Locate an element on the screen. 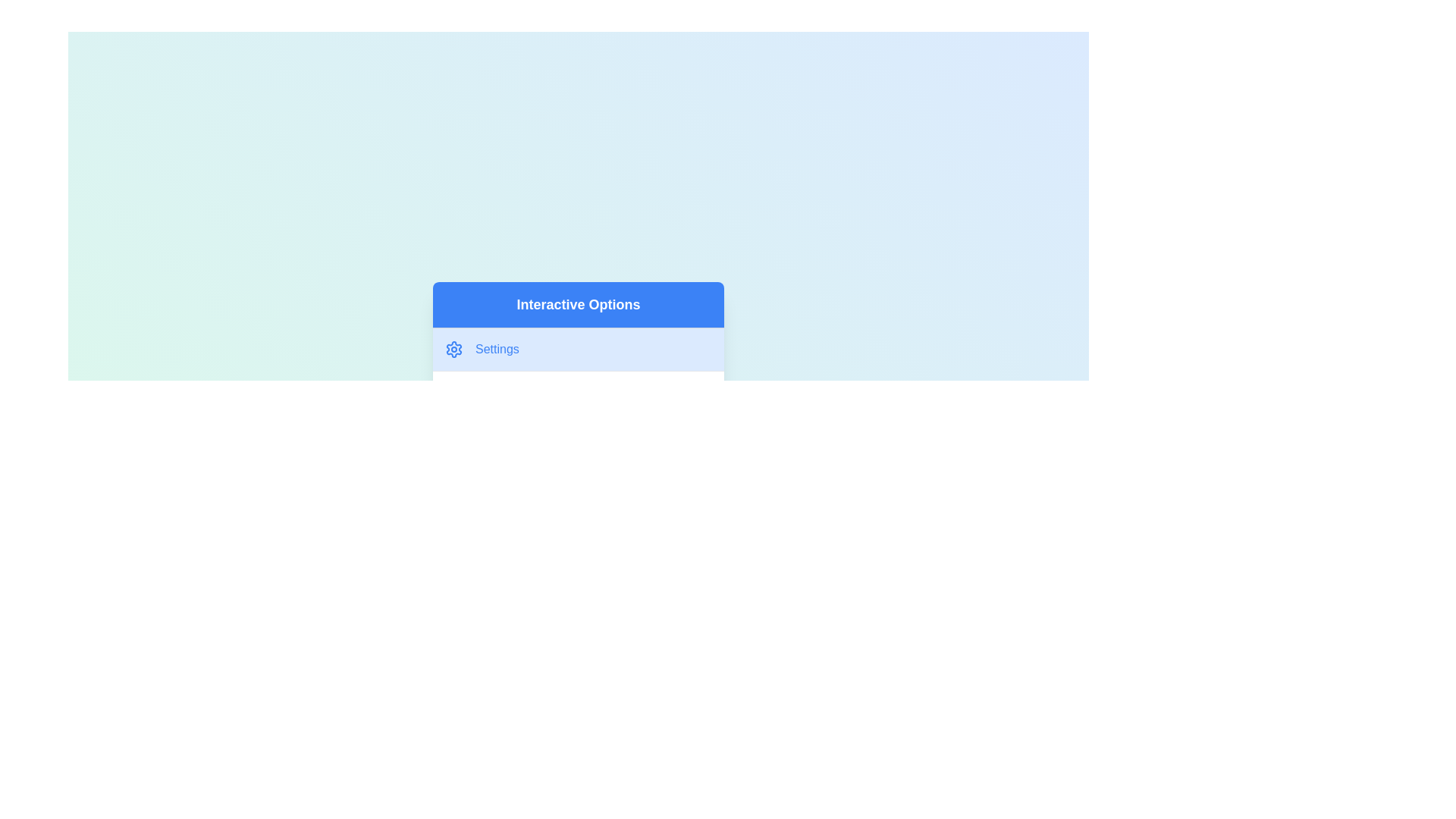  the text 'Interactive Options' displayed in the header is located at coordinates (578, 304).